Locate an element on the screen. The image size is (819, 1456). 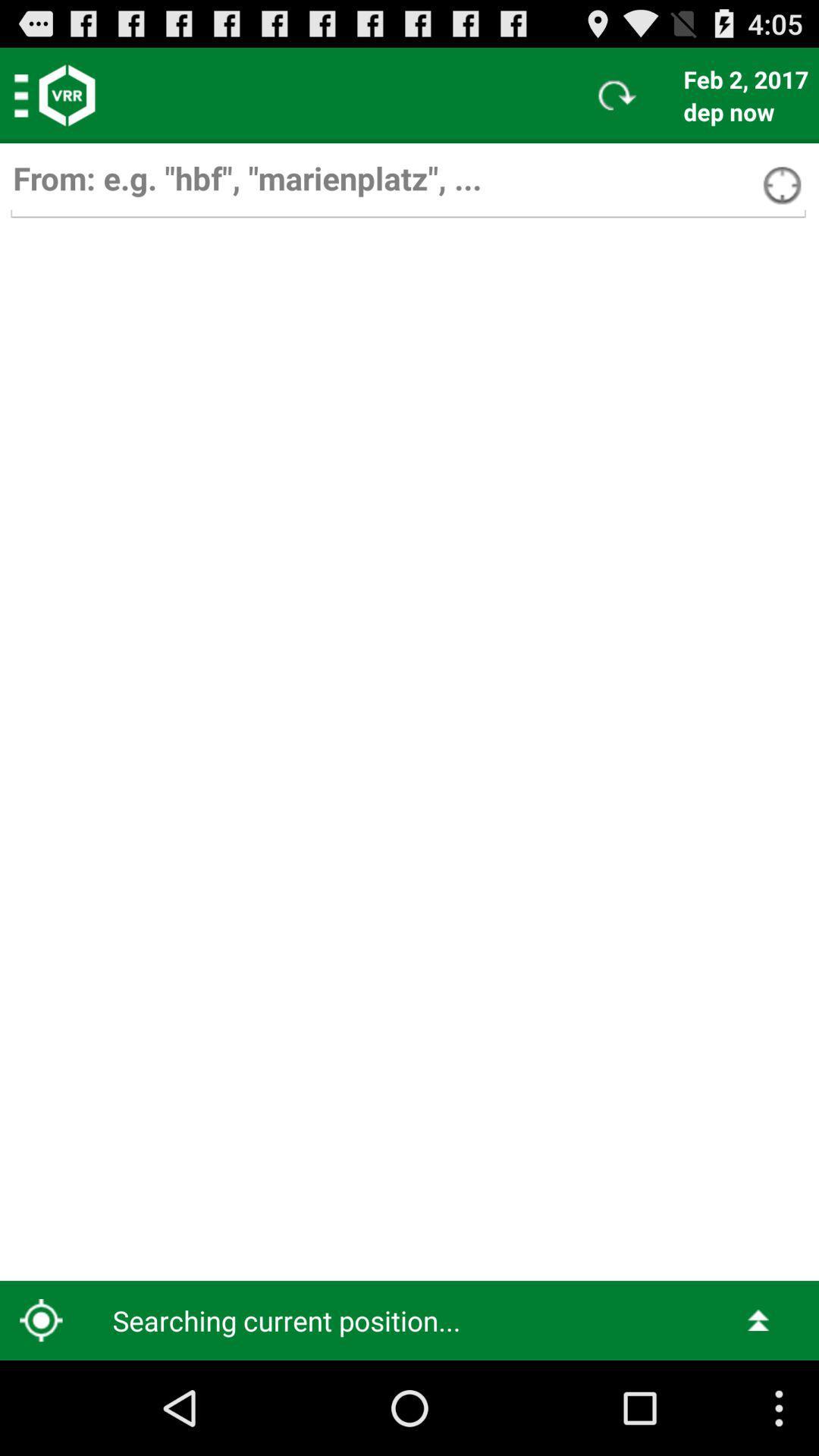
the sender option is located at coordinates (407, 185).